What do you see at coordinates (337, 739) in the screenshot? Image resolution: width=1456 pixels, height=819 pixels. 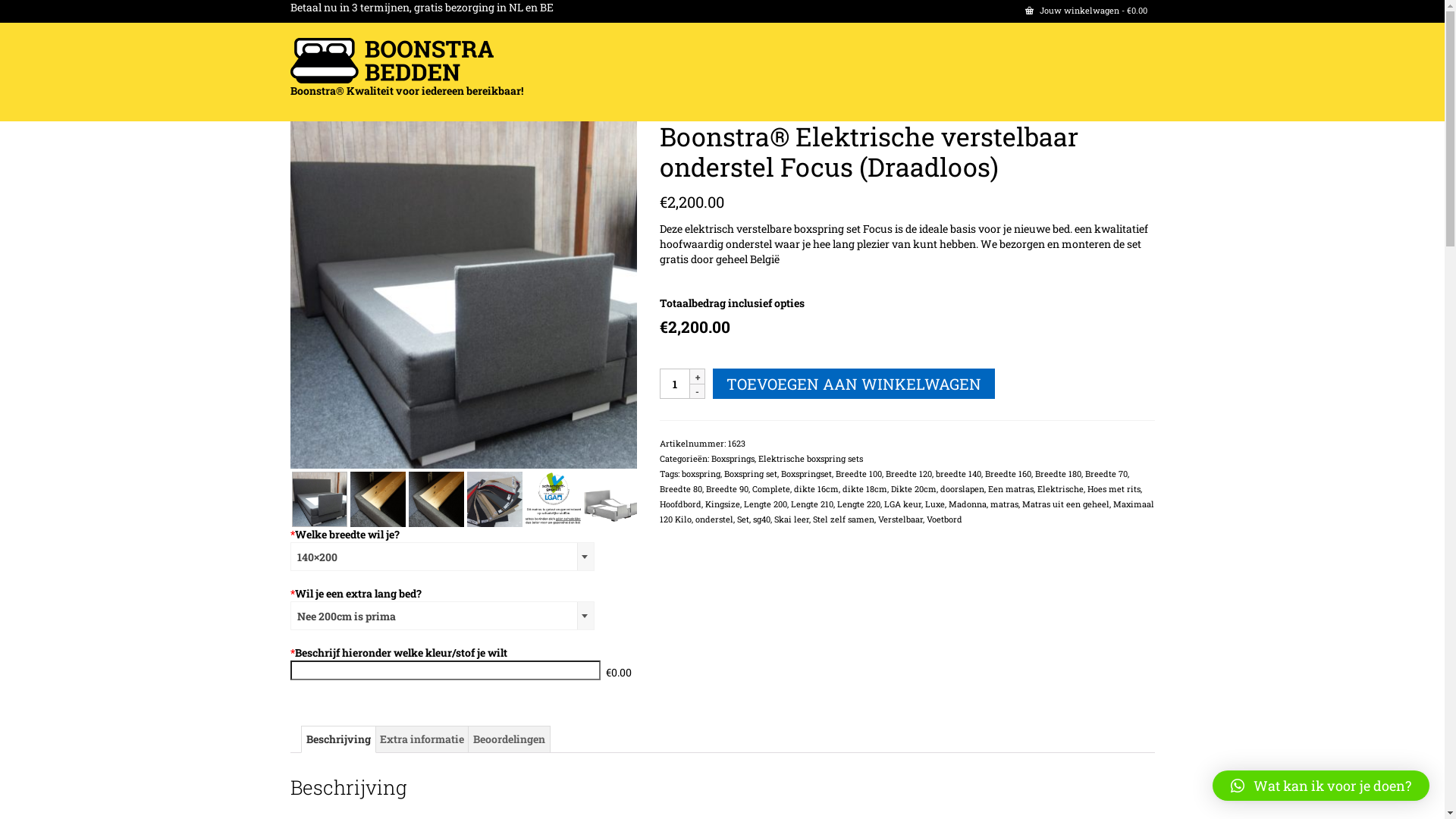 I see `'Beschrijving'` at bounding box center [337, 739].